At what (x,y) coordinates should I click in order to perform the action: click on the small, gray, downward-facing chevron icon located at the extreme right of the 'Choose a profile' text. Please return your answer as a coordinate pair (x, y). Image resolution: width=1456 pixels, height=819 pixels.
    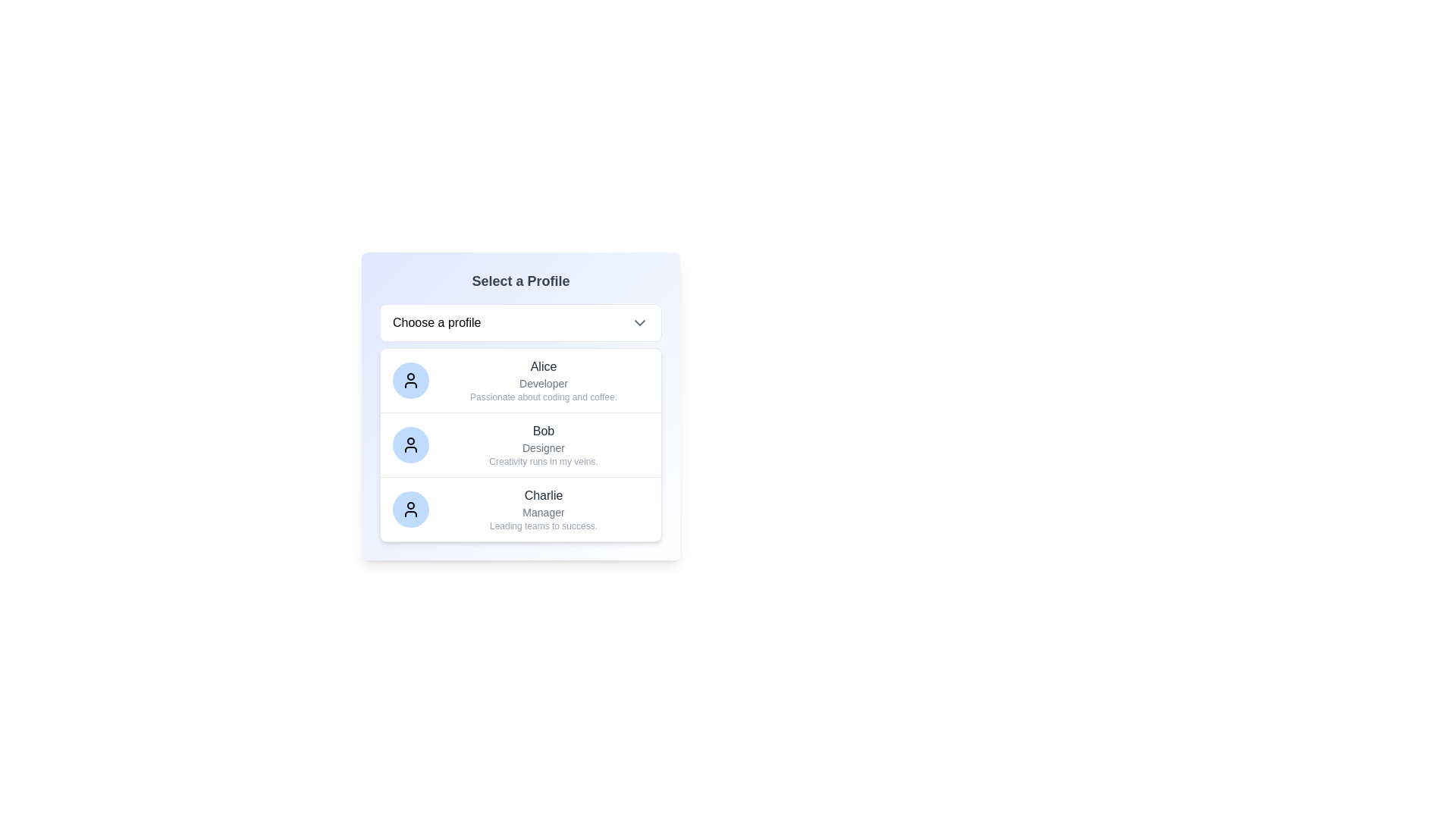
    Looking at the image, I should click on (640, 322).